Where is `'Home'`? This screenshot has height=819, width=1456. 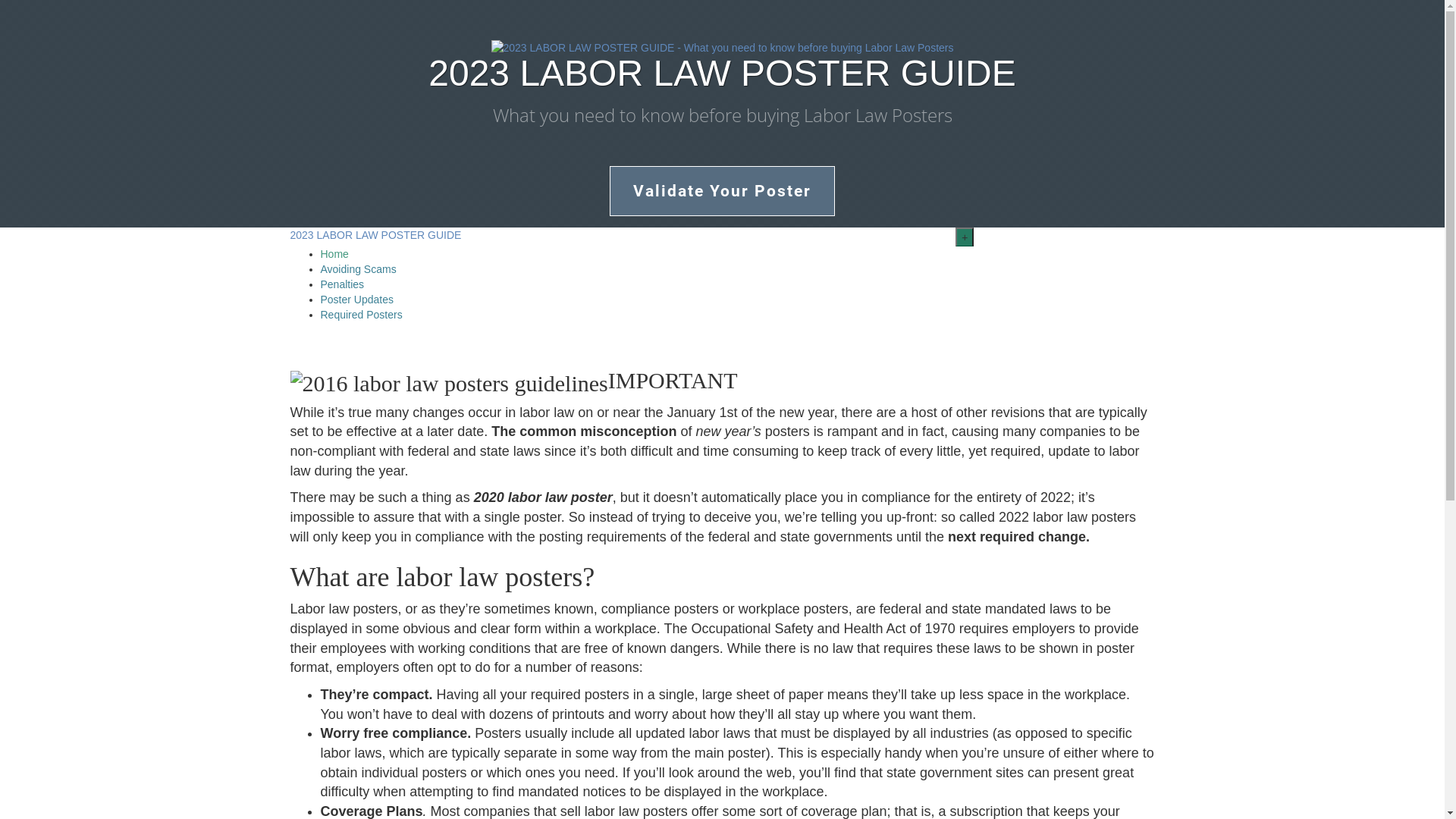 'Home' is located at coordinates (319, 253).